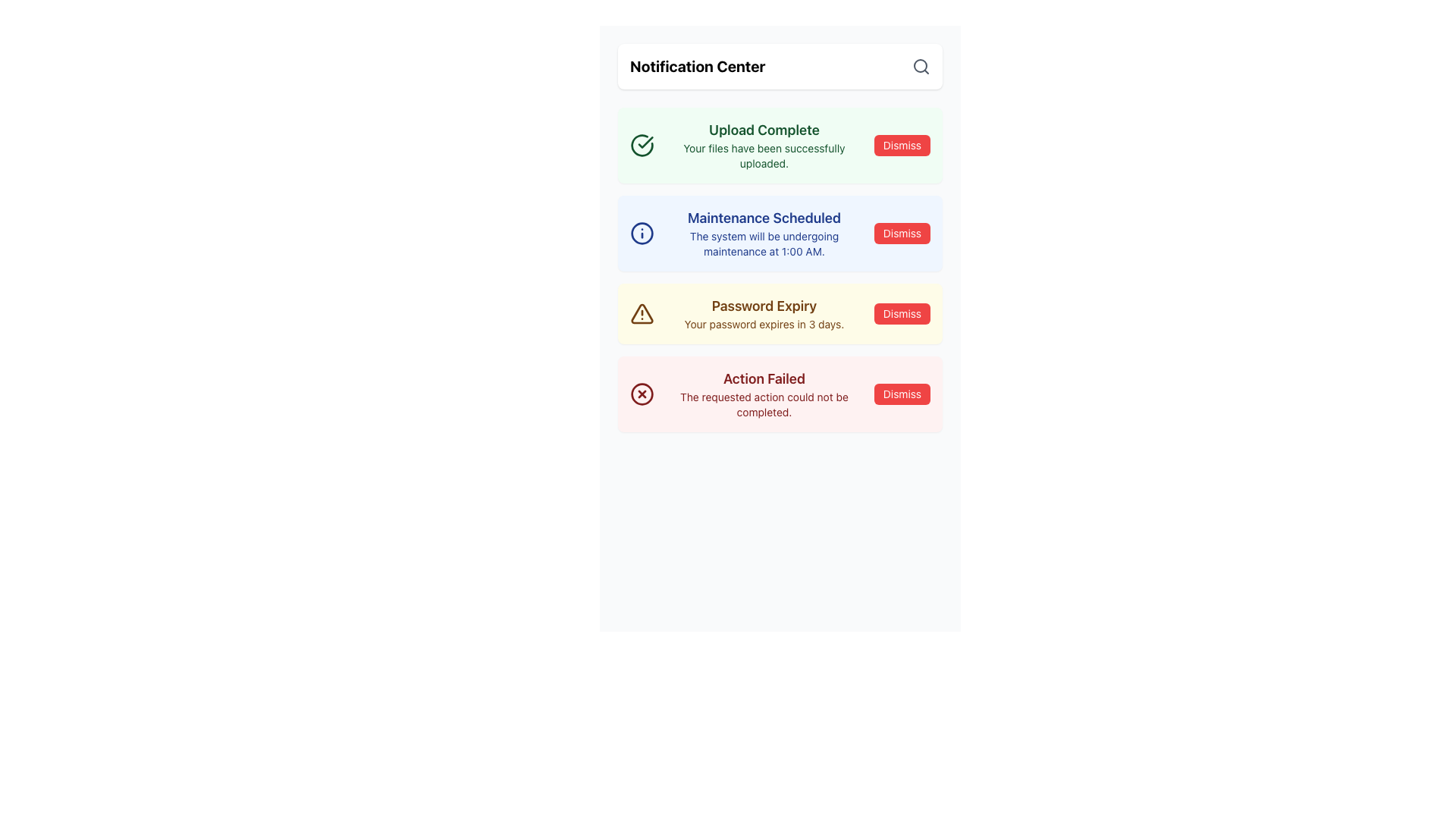 The width and height of the screenshot is (1456, 819). Describe the element at coordinates (764, 243) in the screenshot. I see `the text label displaying the message 'The system will be undergoing maintenance at 1:00 AM.' which is located below the title 'Maintenance Scheduled' in the notification card` at that location.